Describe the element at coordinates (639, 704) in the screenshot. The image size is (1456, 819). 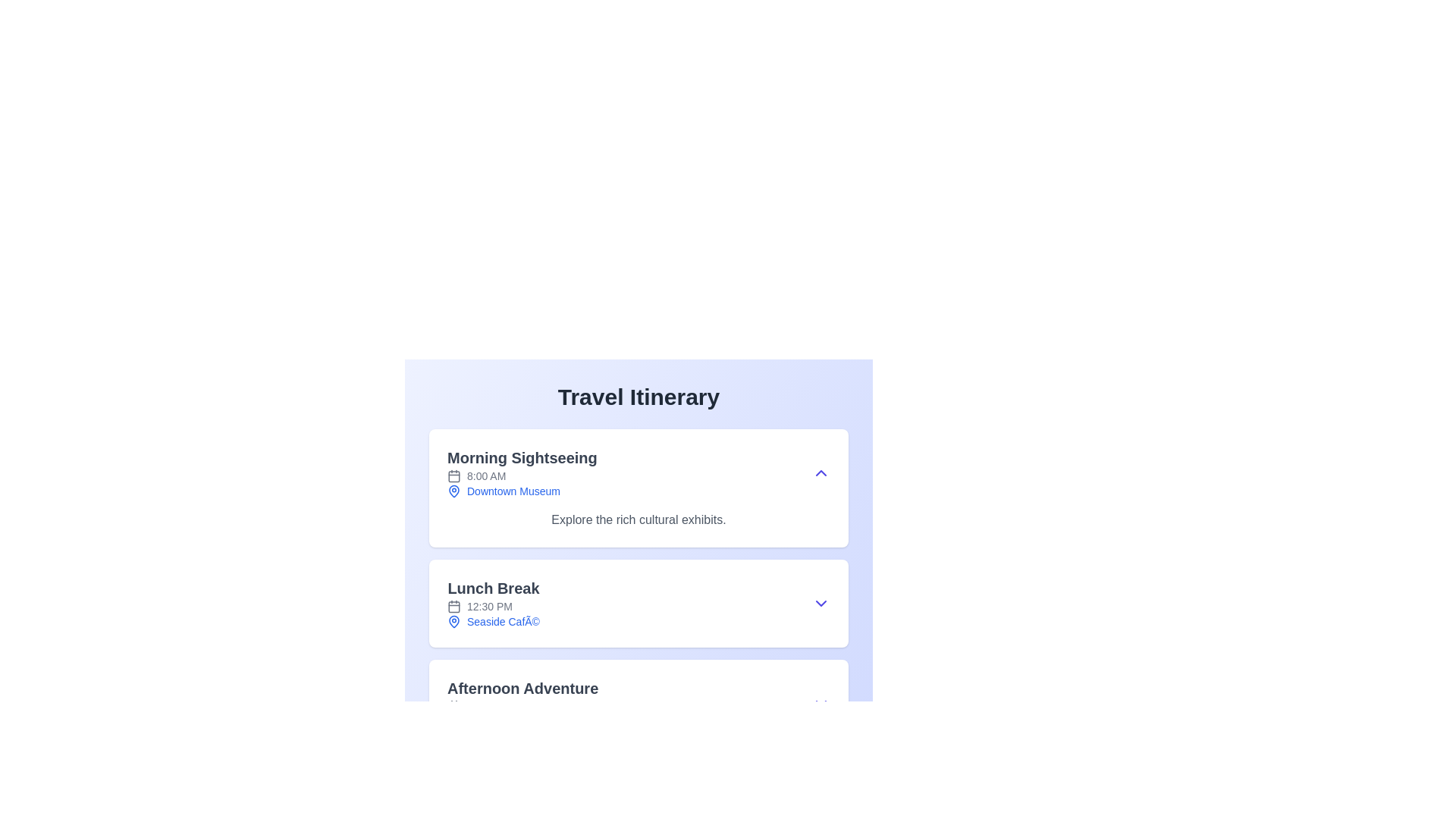
I see `the third card component in the travel itinerary` at that location.